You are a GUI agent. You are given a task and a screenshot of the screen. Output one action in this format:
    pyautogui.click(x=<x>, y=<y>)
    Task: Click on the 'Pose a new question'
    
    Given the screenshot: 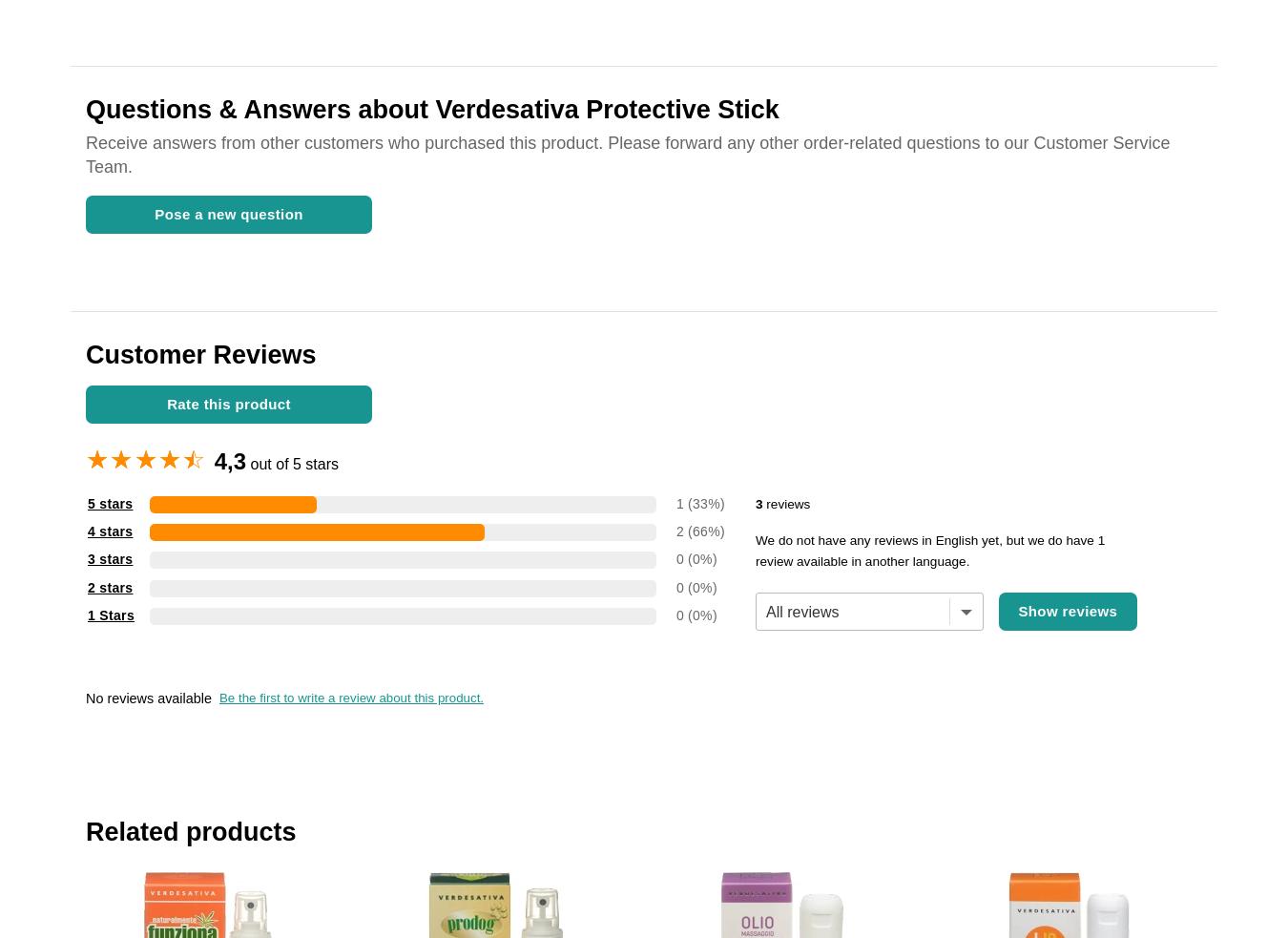 What is the action you would take?
    pyautogui.click(x=227, y=213)
    